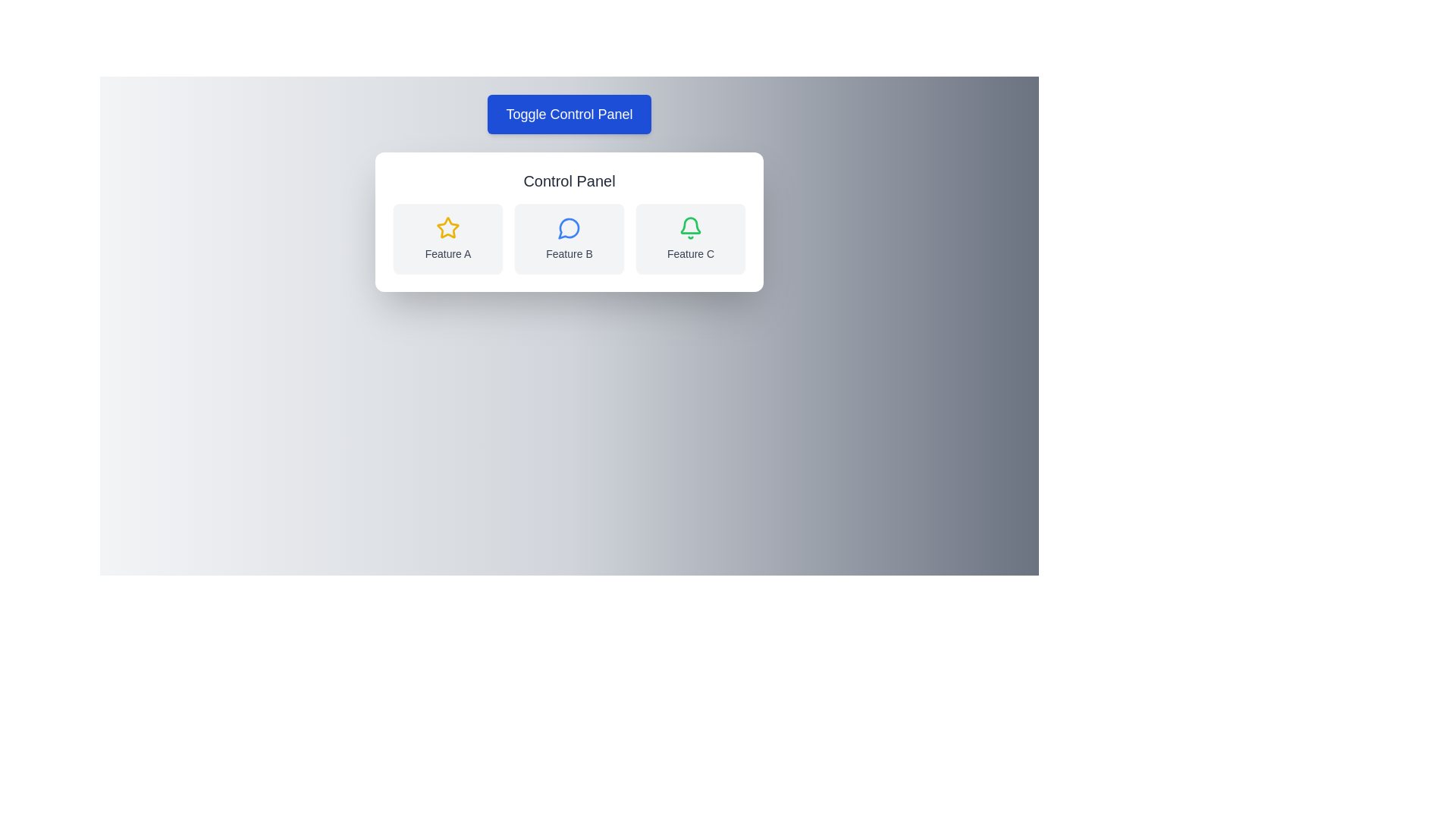 This screenshot has height=819, width=1456. Describe the element at coordinates (568, 227) in the screenshot. I see `the circular message icon outlined in blue with a white fill, located at the upper component of the 'Feature B' card in the 'Control Panel' section` at that location.